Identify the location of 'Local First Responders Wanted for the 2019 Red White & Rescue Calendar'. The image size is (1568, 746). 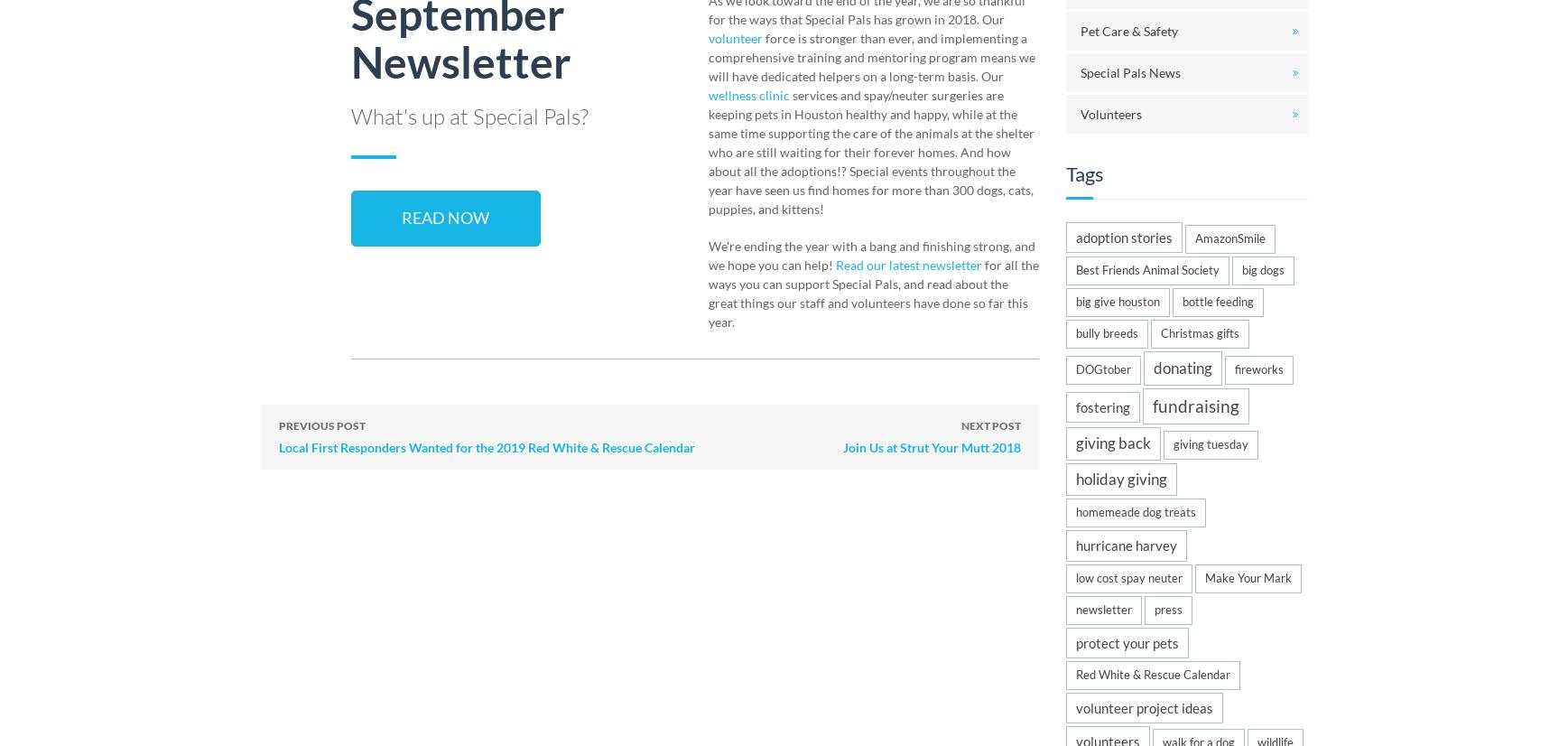
(485, 447).